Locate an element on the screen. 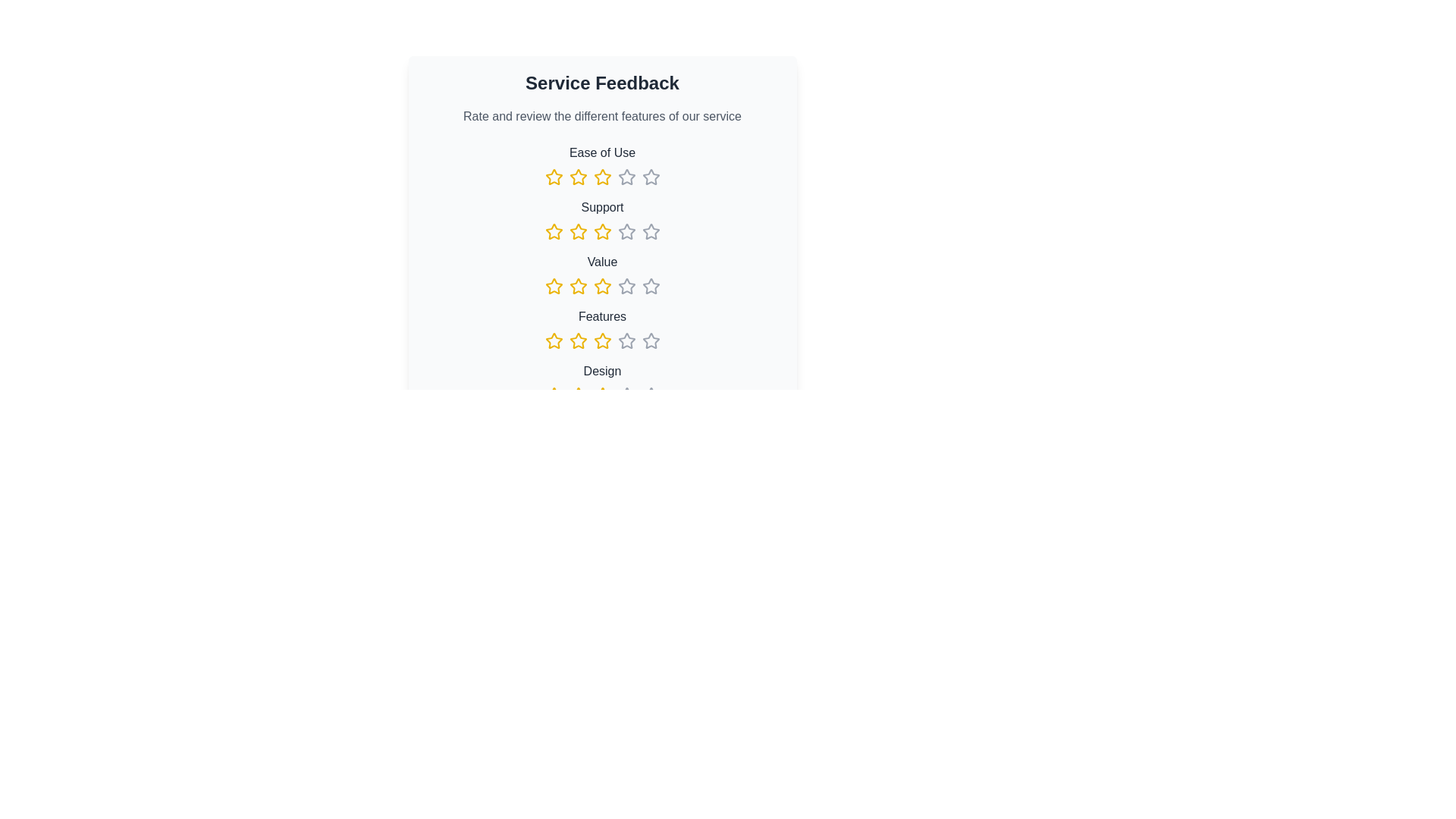 The width and height of the screenshot is (1456, 819). text label 'Design' which is positioned as the fifth item in a vertical stack of labeled sections for a feedback form is located at coordinates (601, 371).